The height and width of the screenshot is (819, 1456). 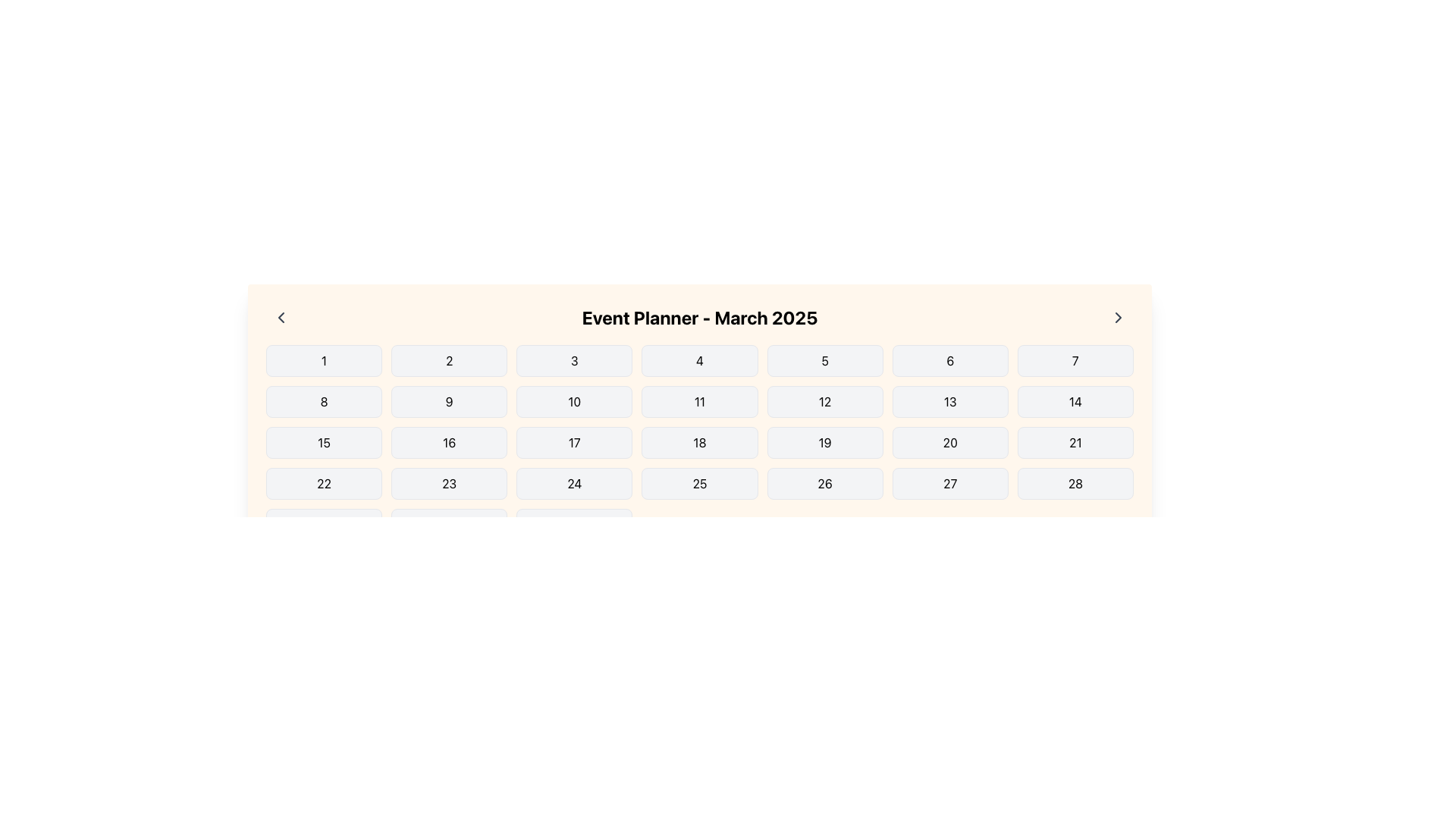 I want to click on the button representing the 16th day in the calendar grid of 'Event Planner - March 2025', so click(x=448, y=442).